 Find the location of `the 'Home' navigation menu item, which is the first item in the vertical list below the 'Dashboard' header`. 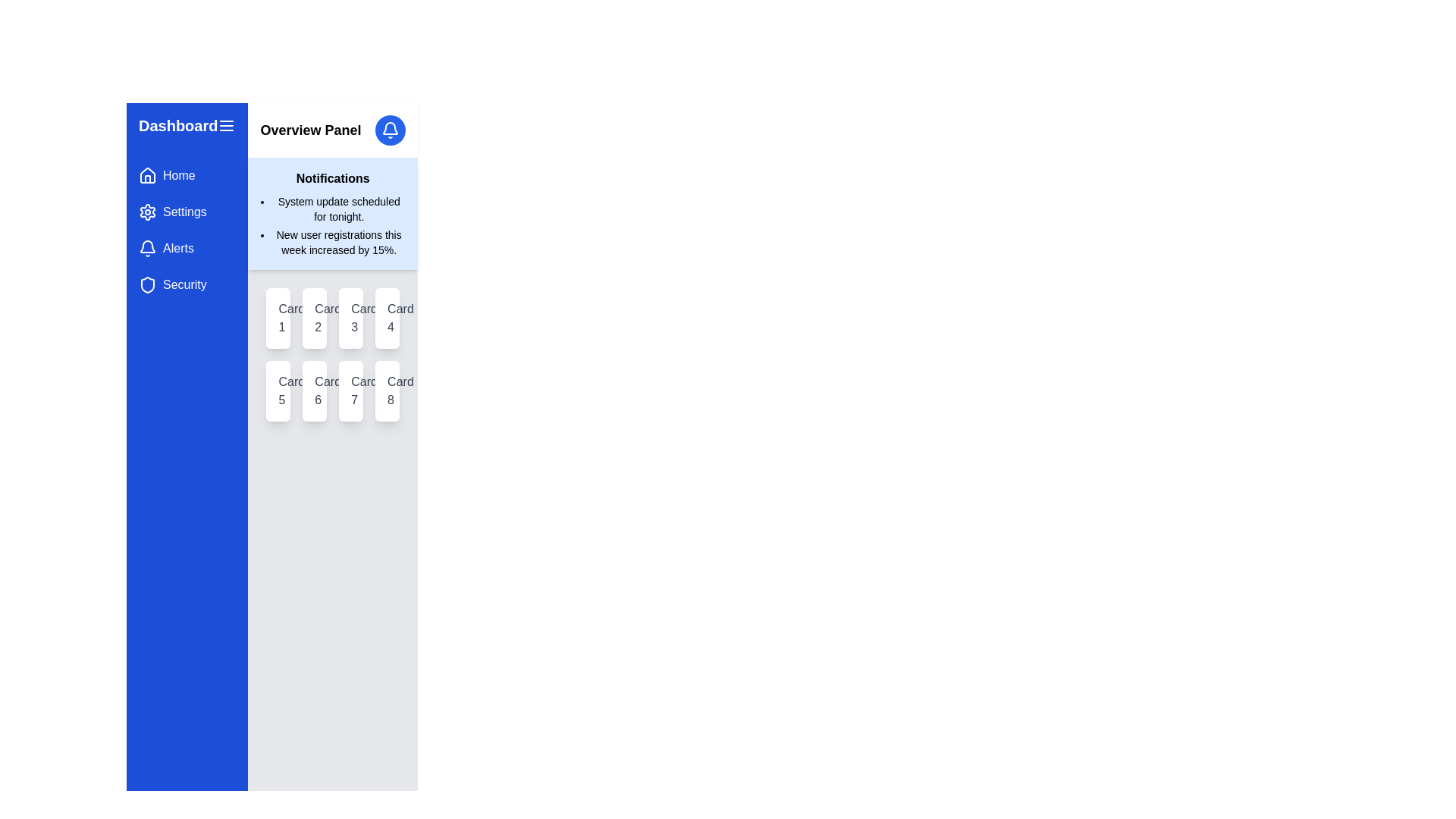

the 'Home' navigation menu item, which is the first item in the vertical list below the 'Dashboard' header is located at coordinates (187, 174).